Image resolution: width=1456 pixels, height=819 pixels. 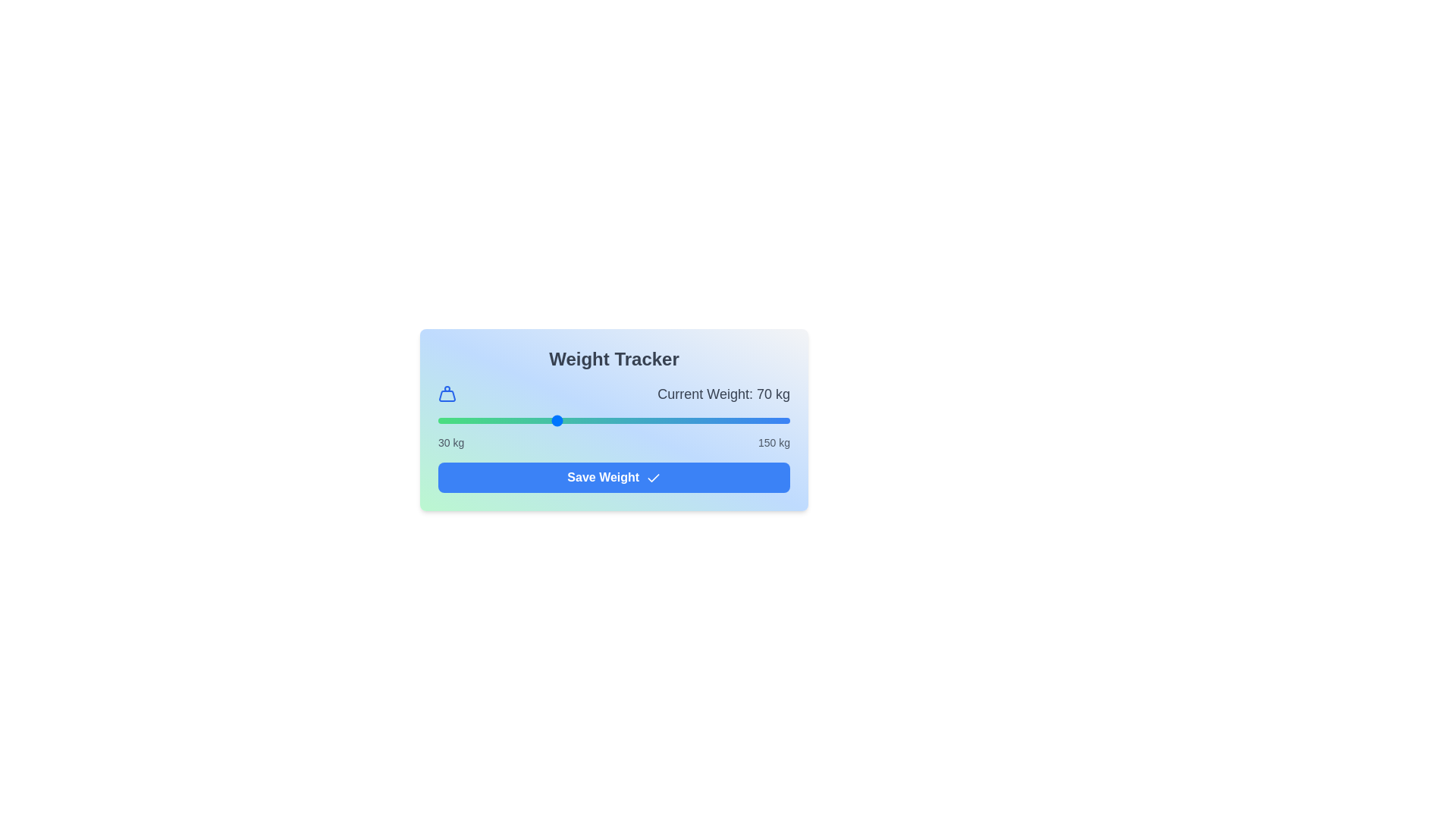 I want to click on the weight slider to 70 kg, so click(x=554, y=421).